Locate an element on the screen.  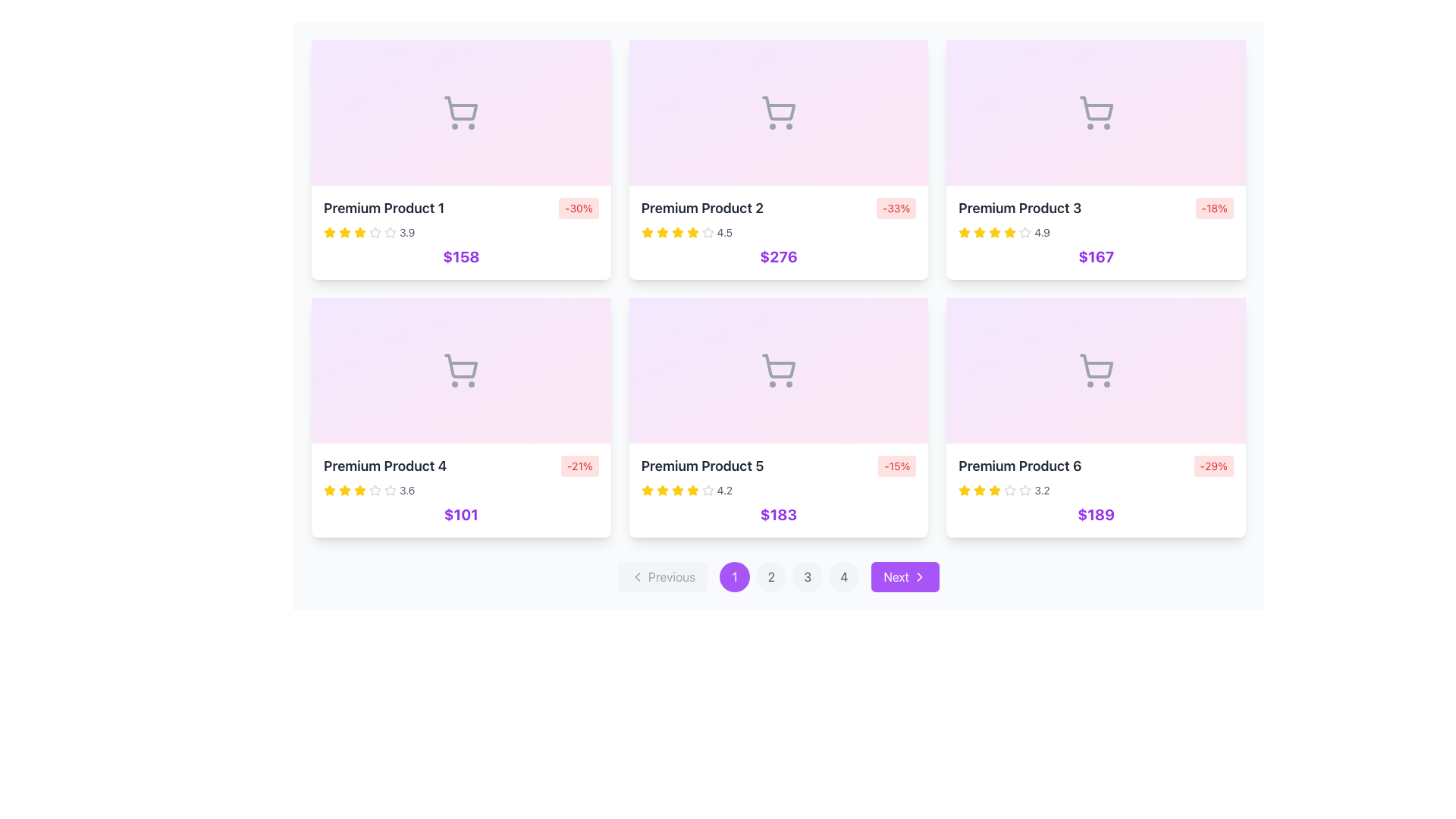
the third star icon used for ratings under the product title 'Premium Product 1' is located at coordinates (375, 232).